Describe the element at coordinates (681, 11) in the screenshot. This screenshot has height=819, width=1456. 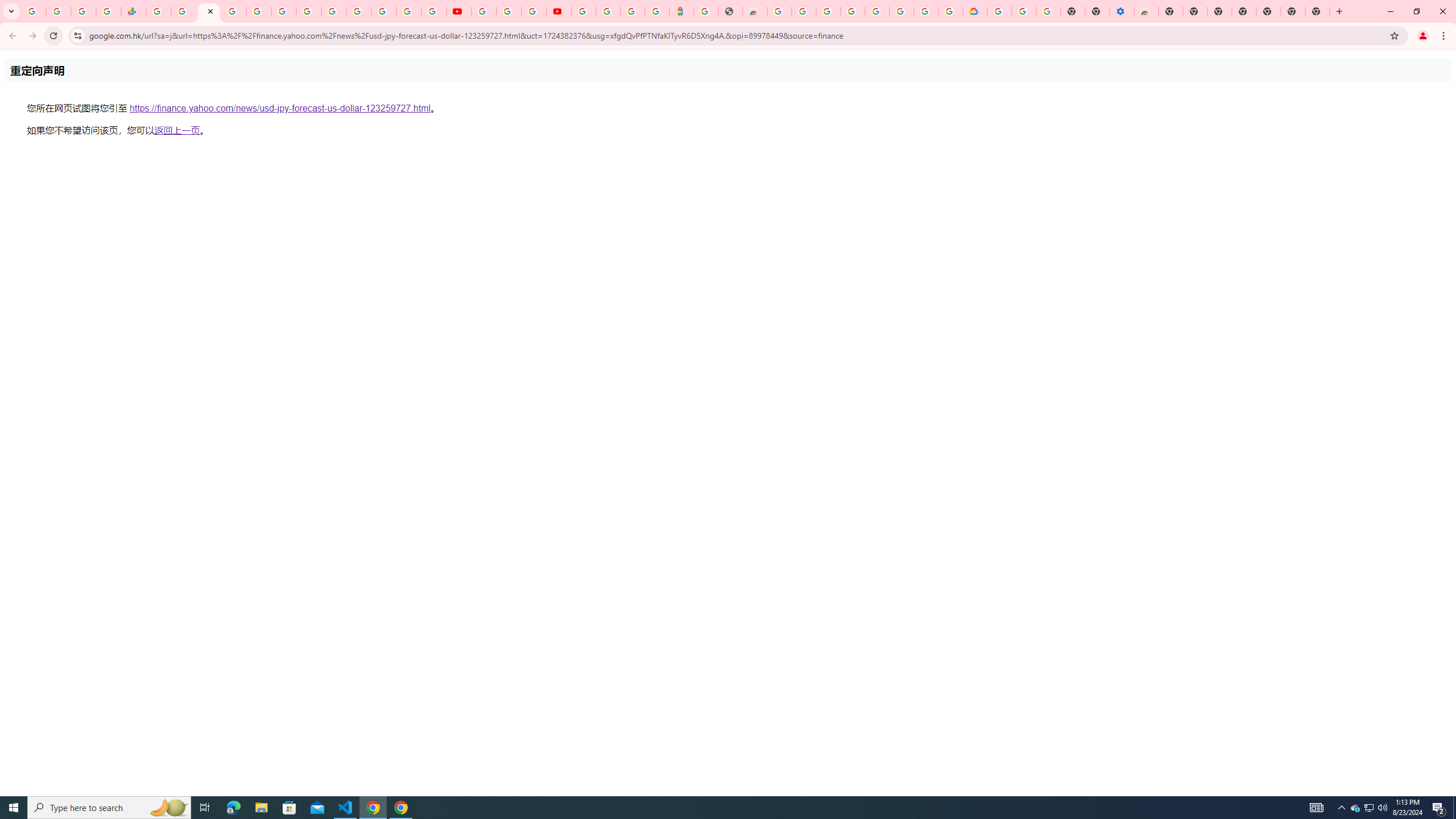
I see `'Atour Hotel - Google hotels'` at that location.